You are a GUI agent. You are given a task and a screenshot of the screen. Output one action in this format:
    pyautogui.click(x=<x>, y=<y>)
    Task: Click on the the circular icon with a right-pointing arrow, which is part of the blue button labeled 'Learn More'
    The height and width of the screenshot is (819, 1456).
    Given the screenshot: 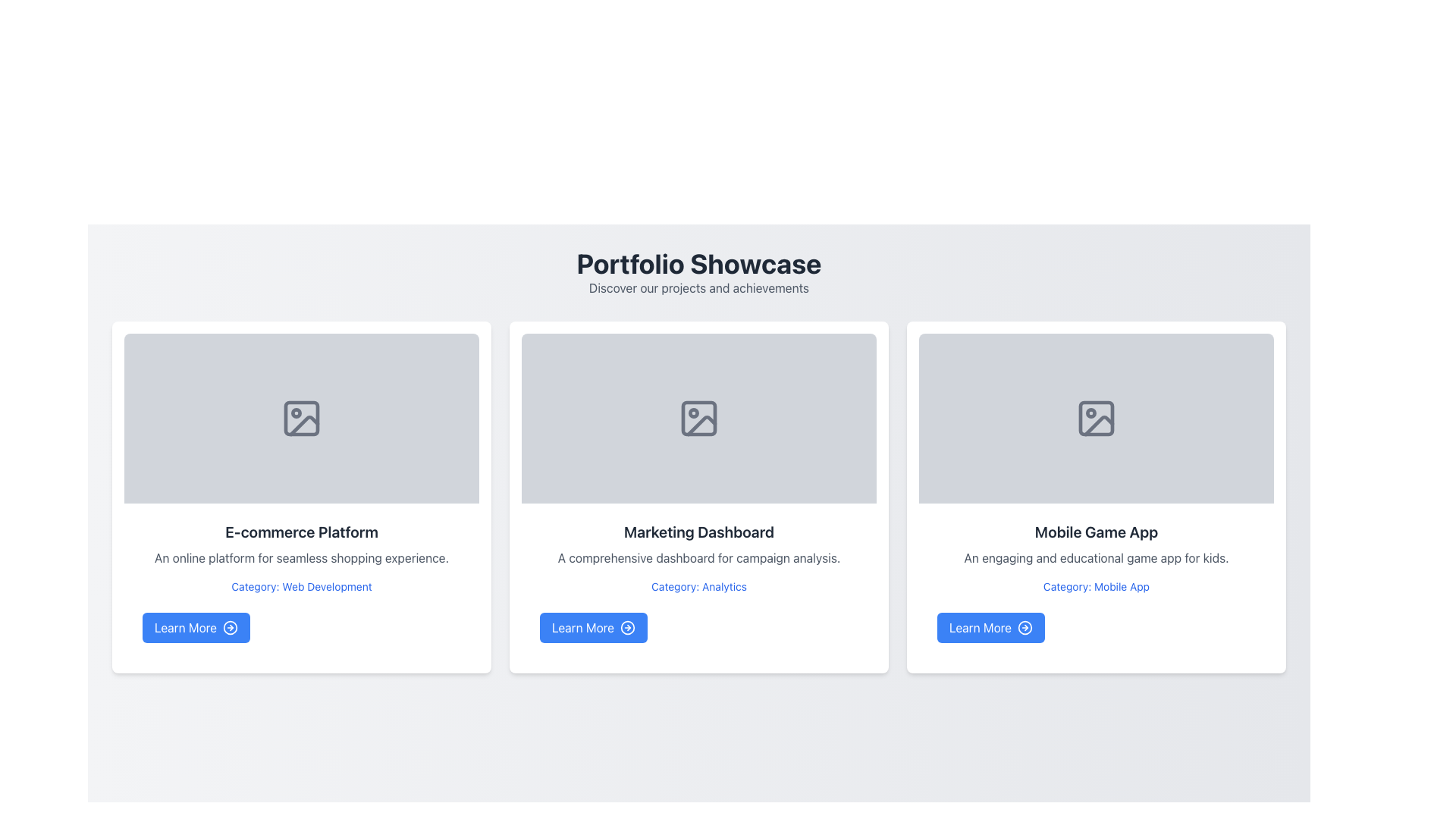 What is the action you would take?
    pyautogui.click(x=230, y=628)
    